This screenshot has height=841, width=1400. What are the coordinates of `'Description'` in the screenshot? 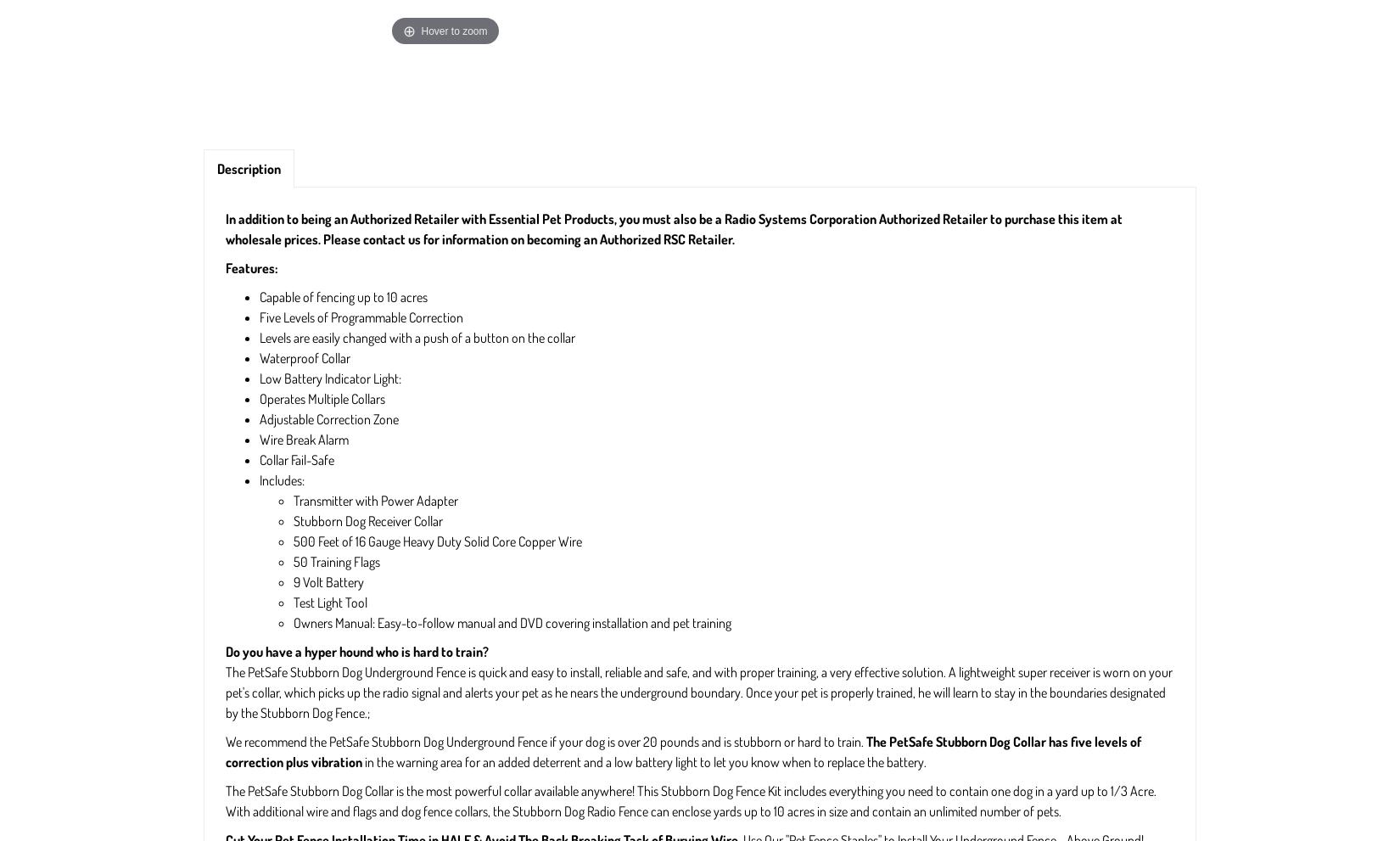 It's located at (249, 167).